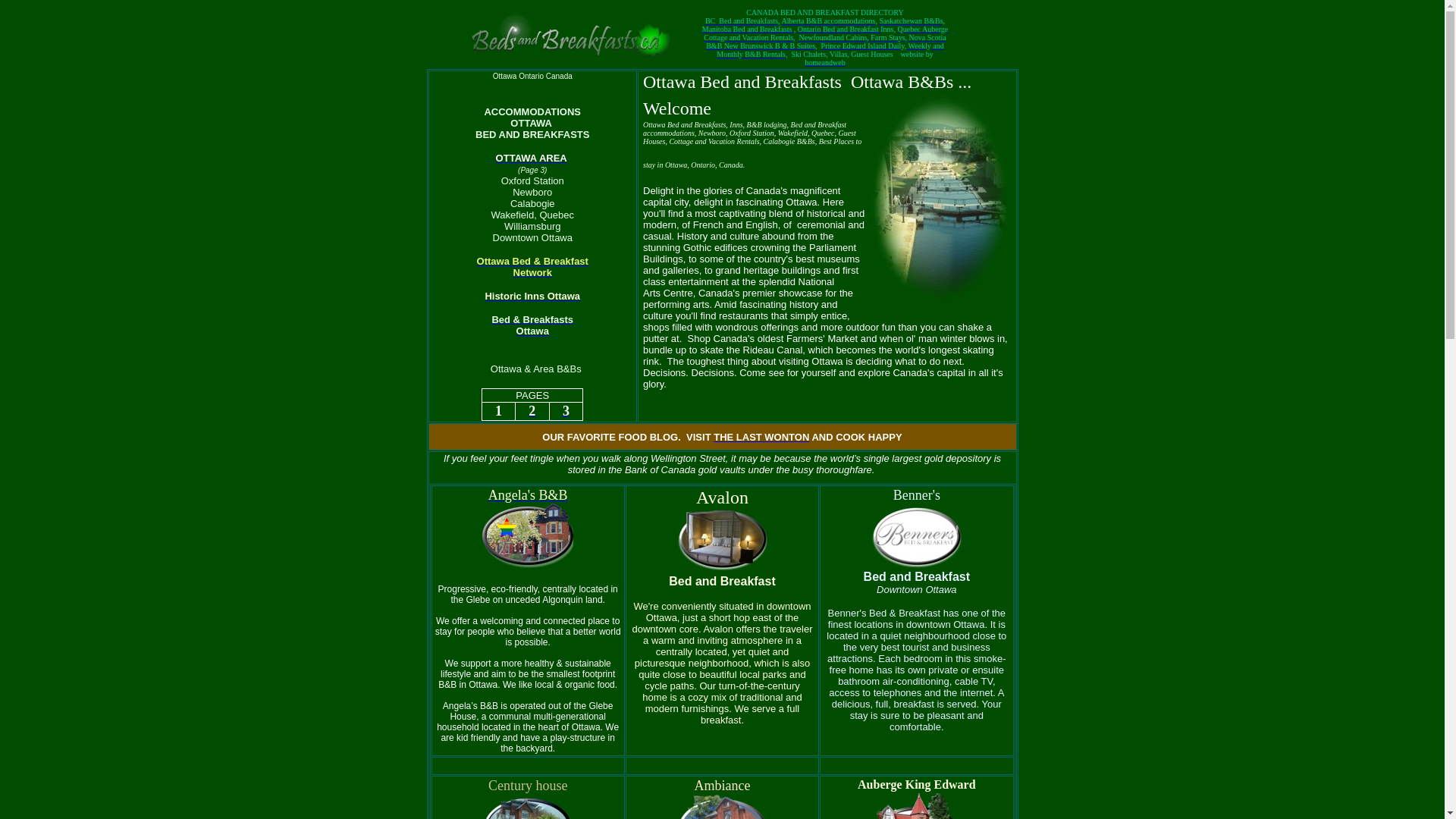 Image resolution: width=1456 pixels, height=819 pixels. What do you see at coordinates (838, 27) in the screenshot?
I see `'Ontario Bed and Breakfast'` at bounding box center [838, 27].